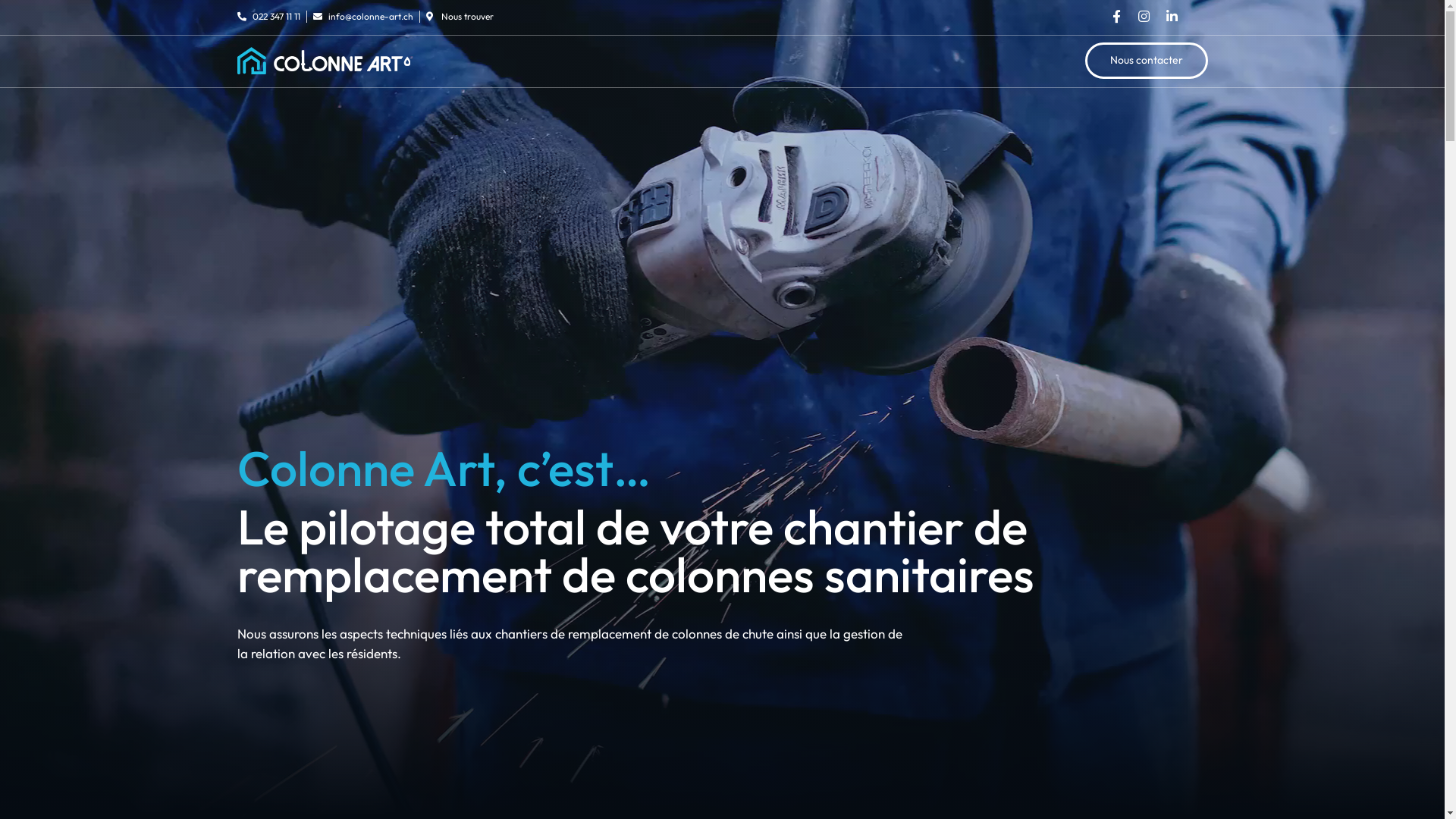  Describe the element at coordinates (459, 17) in the screenshot. I see `'Nous trouver'` at that location.